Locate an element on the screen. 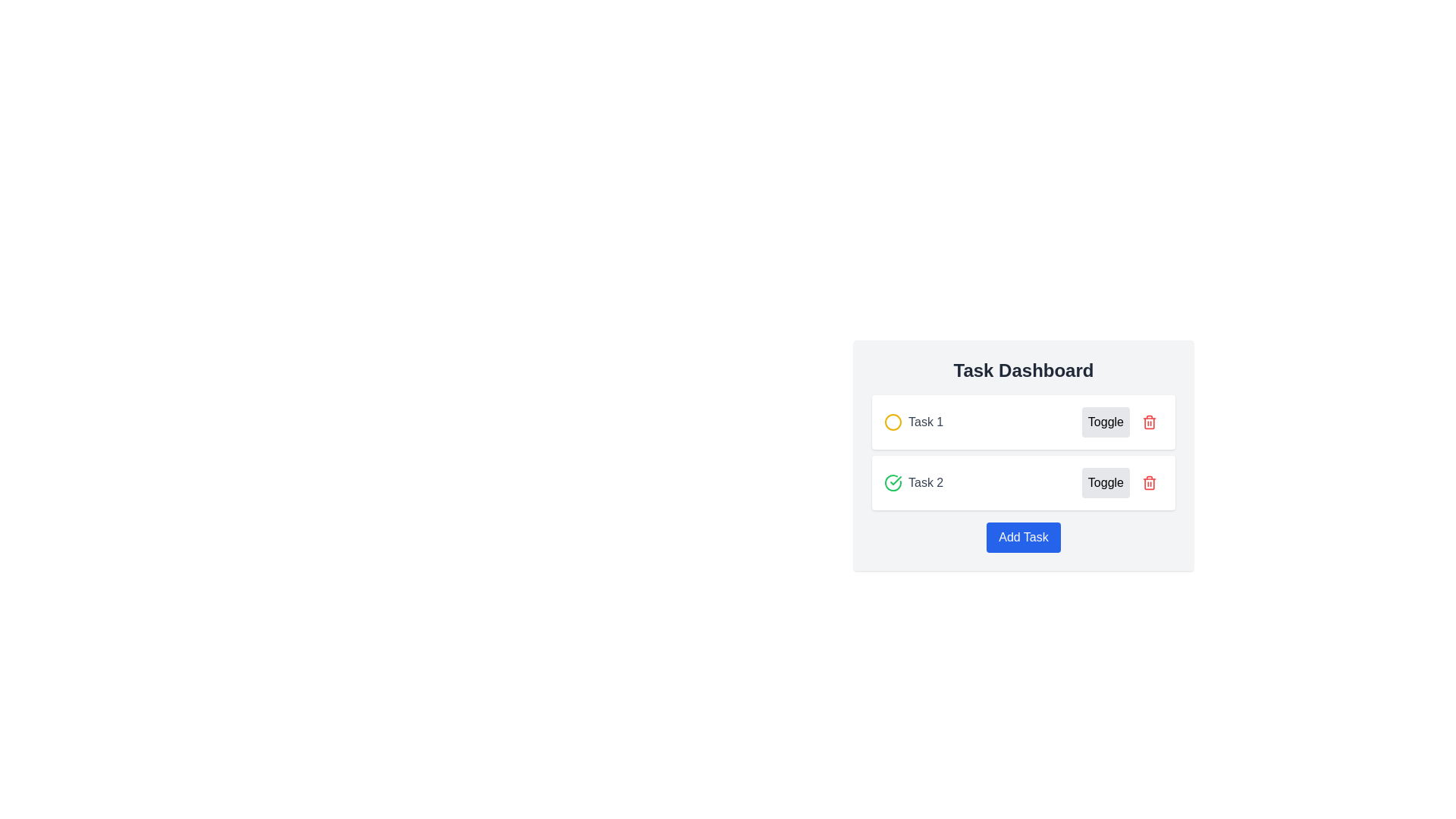 This screenshot has width=1456, height=819. displayed text of the task title label located in the second row of the task list, positioned to the right of the green checkmark icon and to the left of the toggle button and delete icon is located at coordinates (925, 482).